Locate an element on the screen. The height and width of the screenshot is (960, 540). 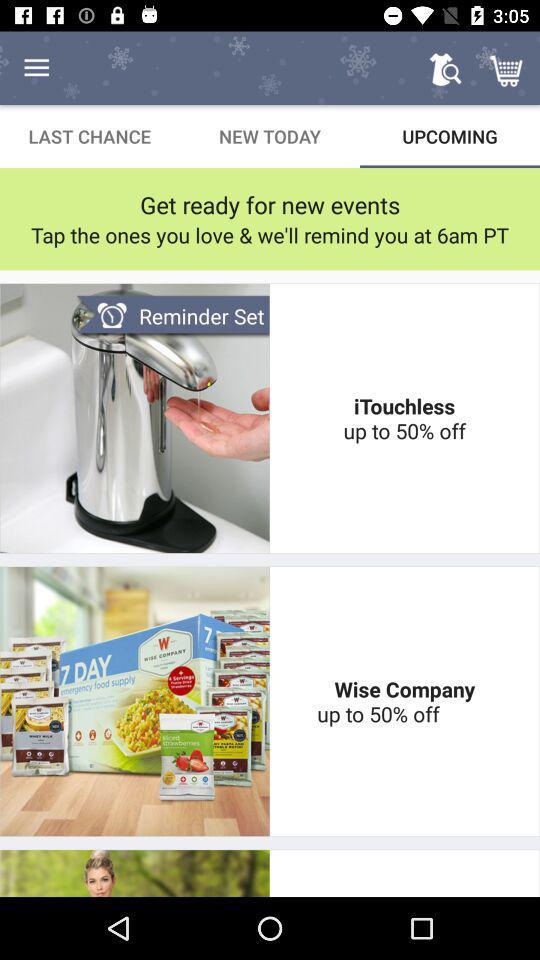
the item above last chance icon is located at coordinates (36, 68).